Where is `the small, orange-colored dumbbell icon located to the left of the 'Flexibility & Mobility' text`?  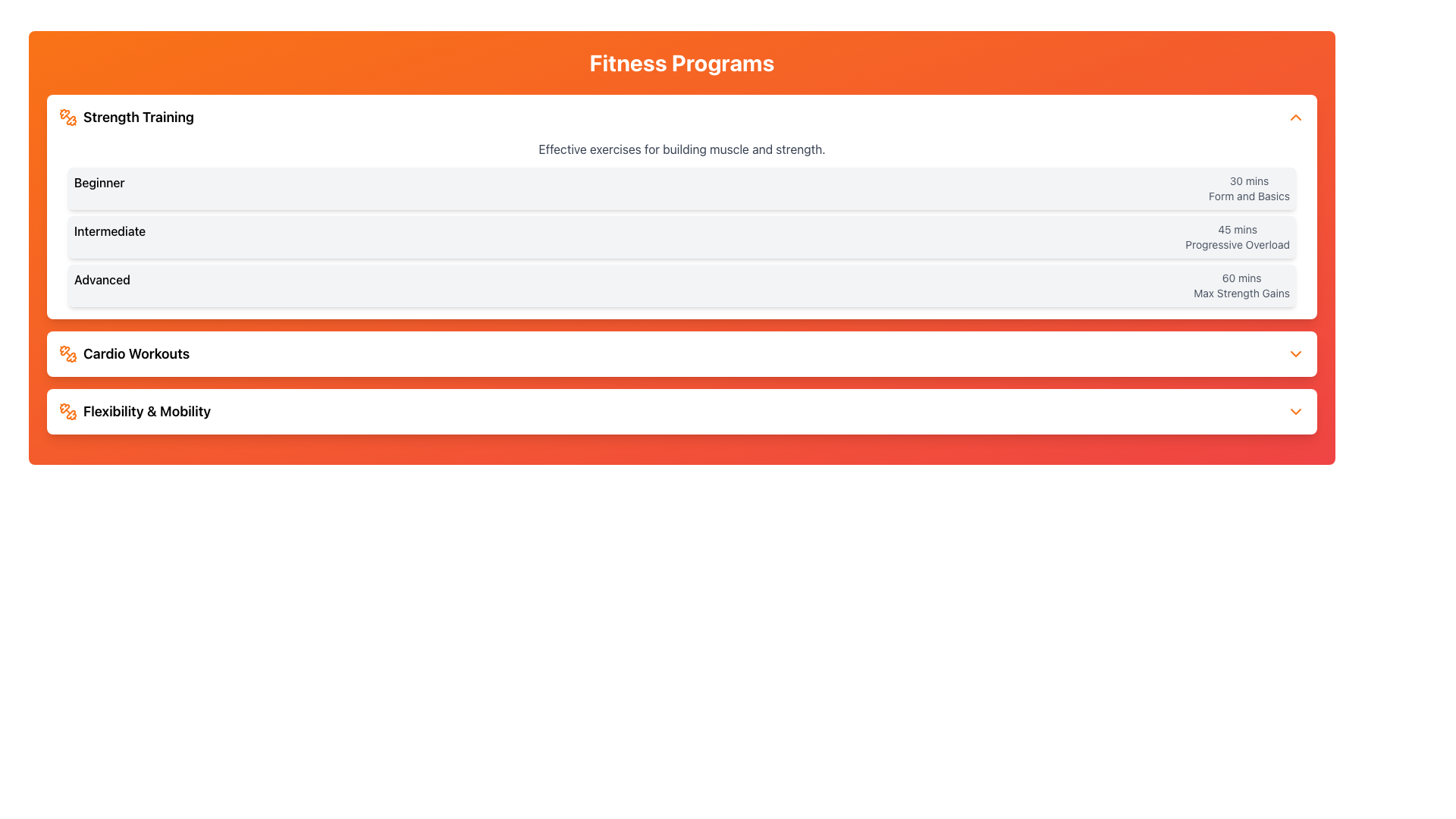 the small, orange-colored dumbbell icon located to the left of the 'Flexibility & Mobility' text is located at coordinates (67, 412).